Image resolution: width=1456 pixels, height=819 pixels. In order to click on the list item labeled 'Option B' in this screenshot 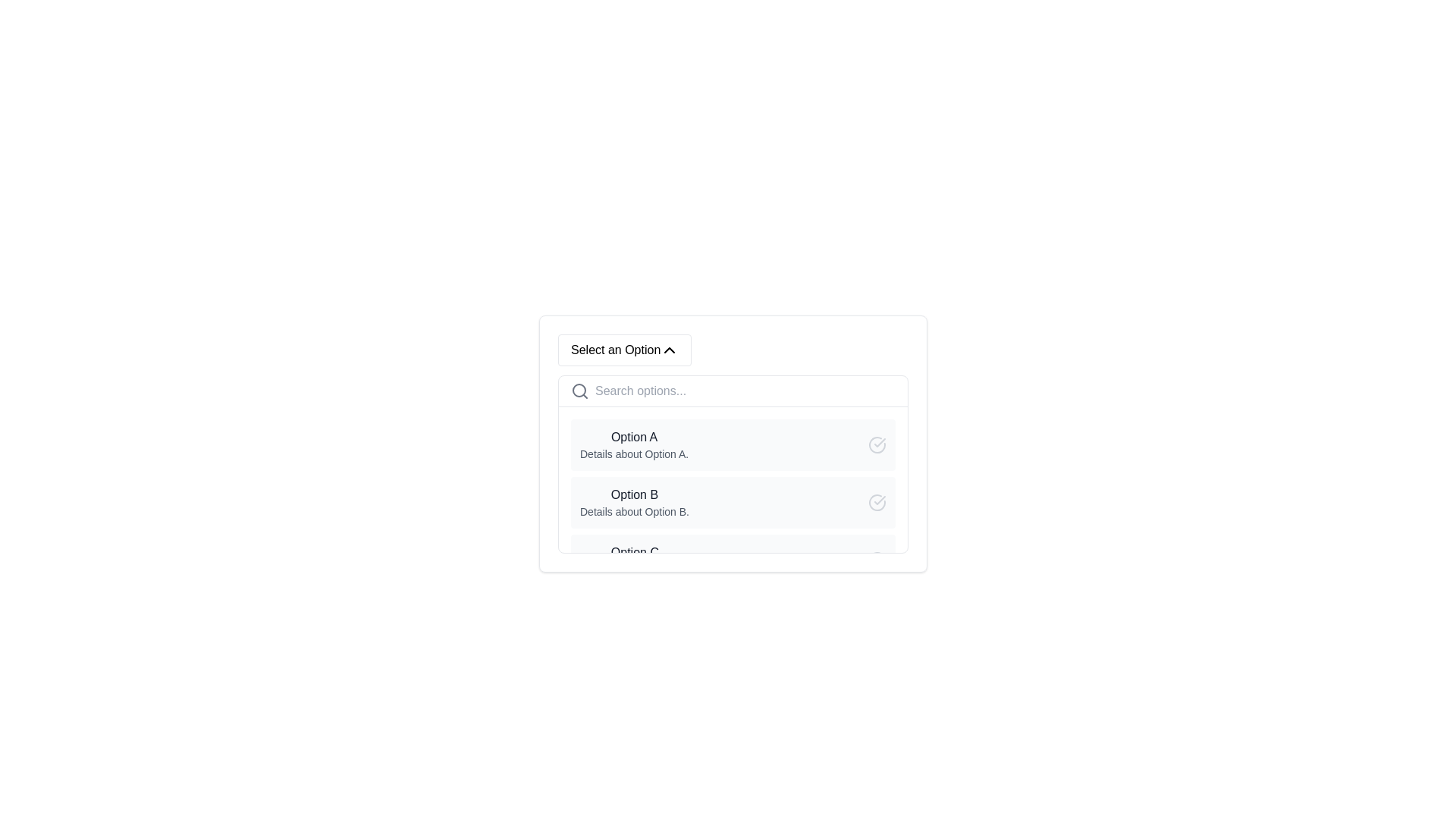, I will do `click(634, 503)`.